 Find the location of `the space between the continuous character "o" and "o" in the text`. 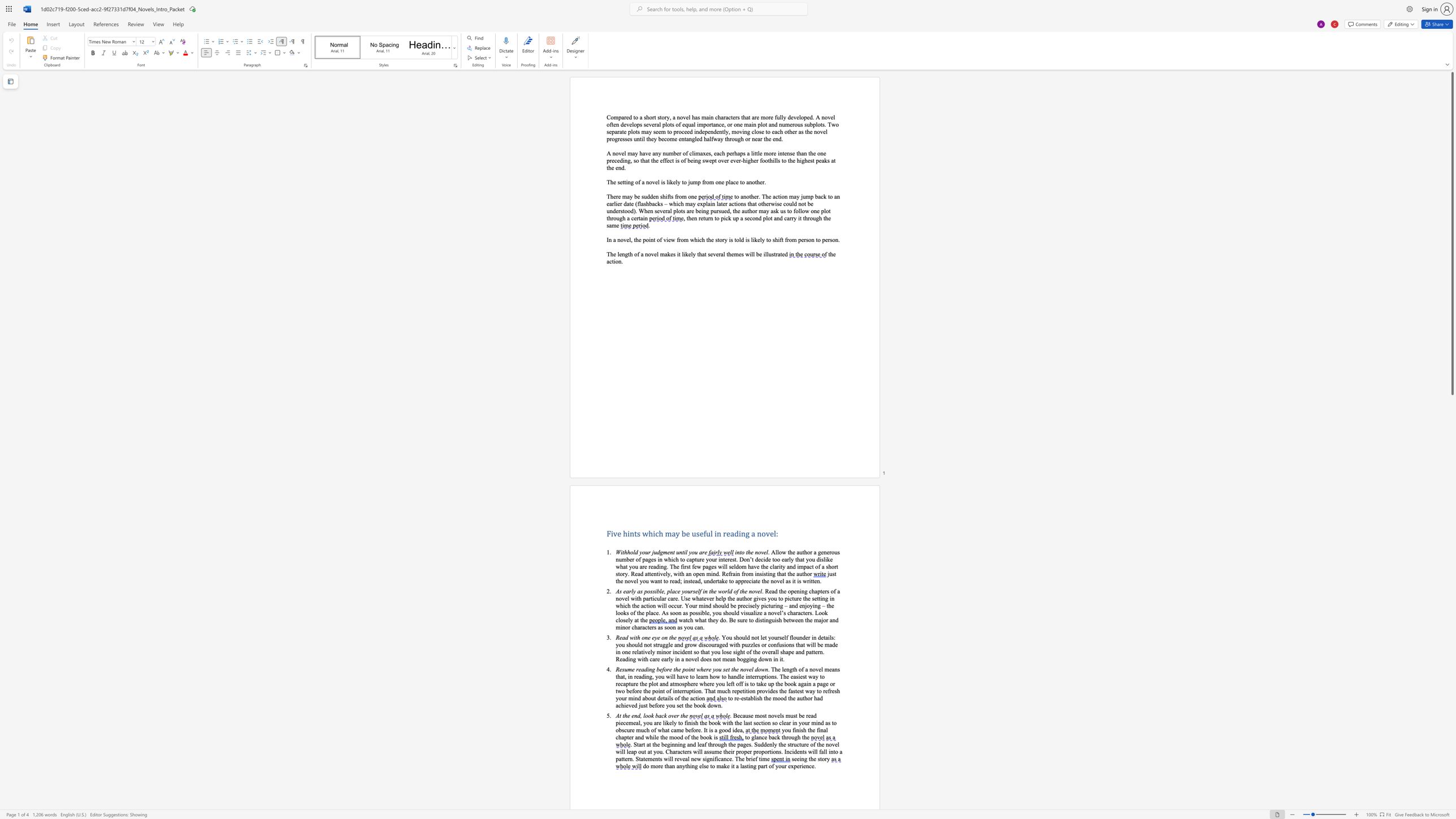

the space between the continuous character "o" and "o" in the text is located at coordinates (724, 730).